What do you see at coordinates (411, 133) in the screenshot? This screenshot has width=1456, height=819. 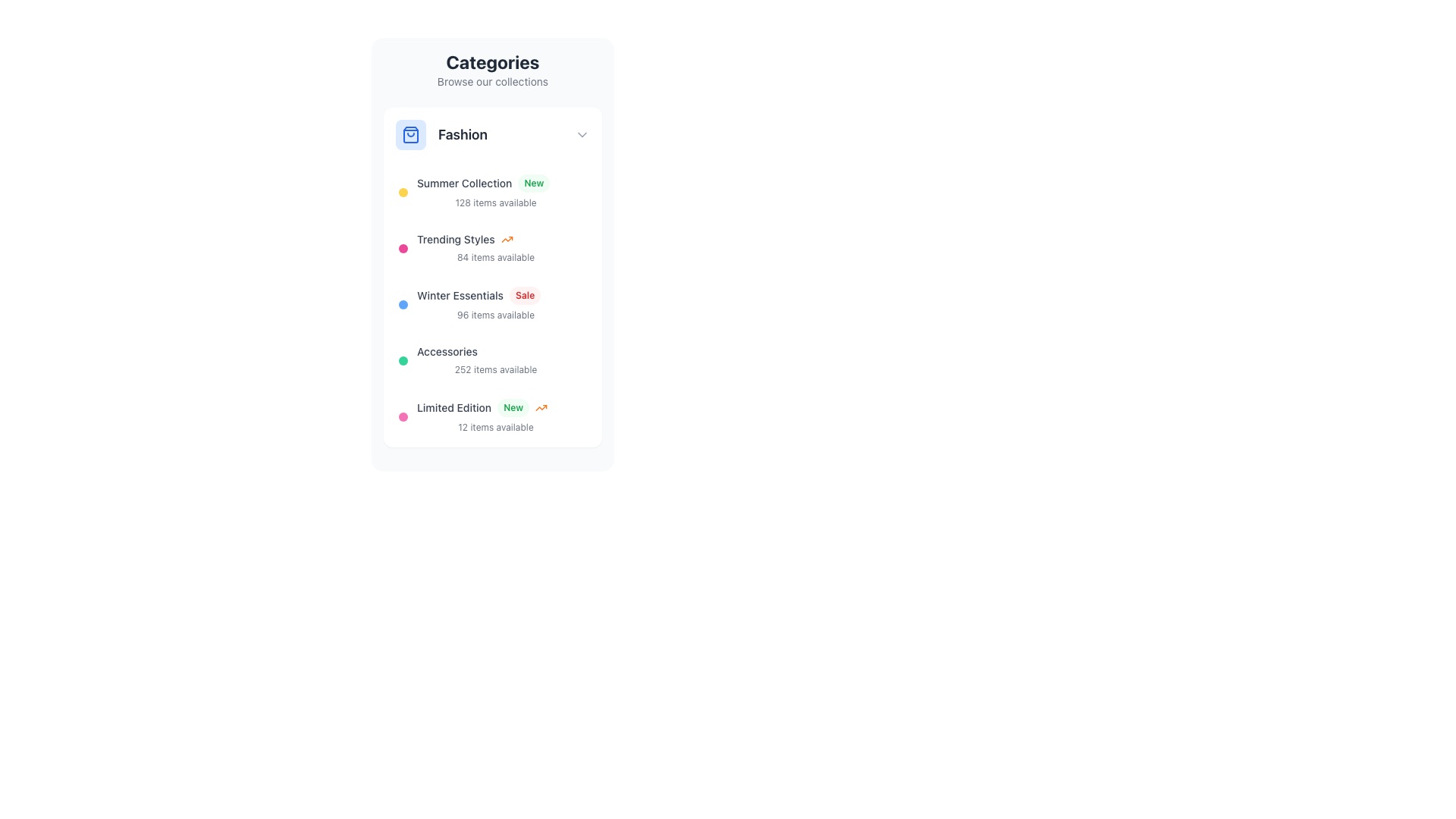 I see `the 'Fashion' category icon` at bounding box center [411, 133].